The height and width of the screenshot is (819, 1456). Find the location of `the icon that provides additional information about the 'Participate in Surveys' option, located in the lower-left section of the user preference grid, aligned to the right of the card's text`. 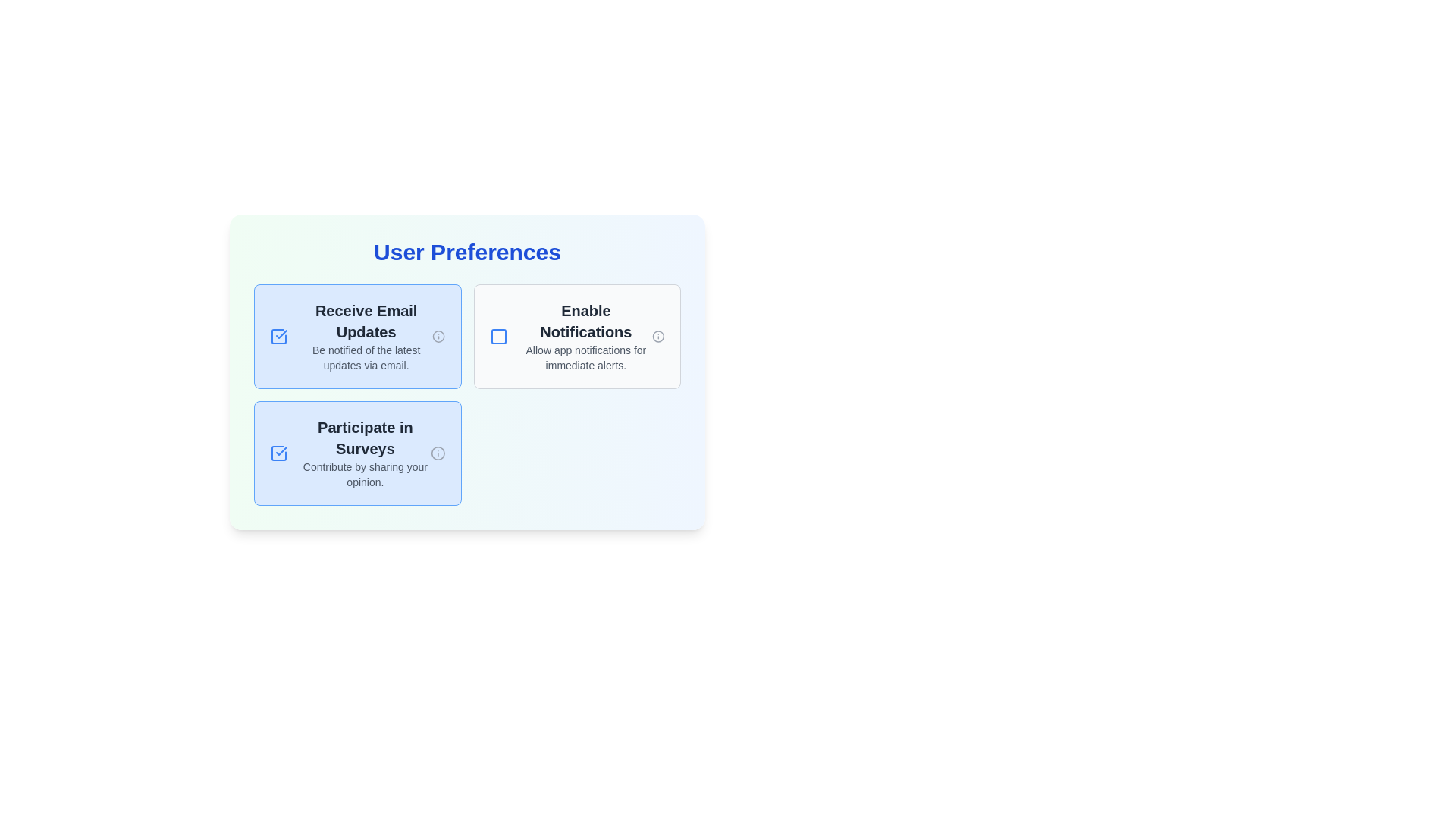

the icon that provides additional information about the 'Participate in Surveys' option, located in the lower-left section of the user preference grid, aligned to the right of the card's text is located at coordinates (437, 452).